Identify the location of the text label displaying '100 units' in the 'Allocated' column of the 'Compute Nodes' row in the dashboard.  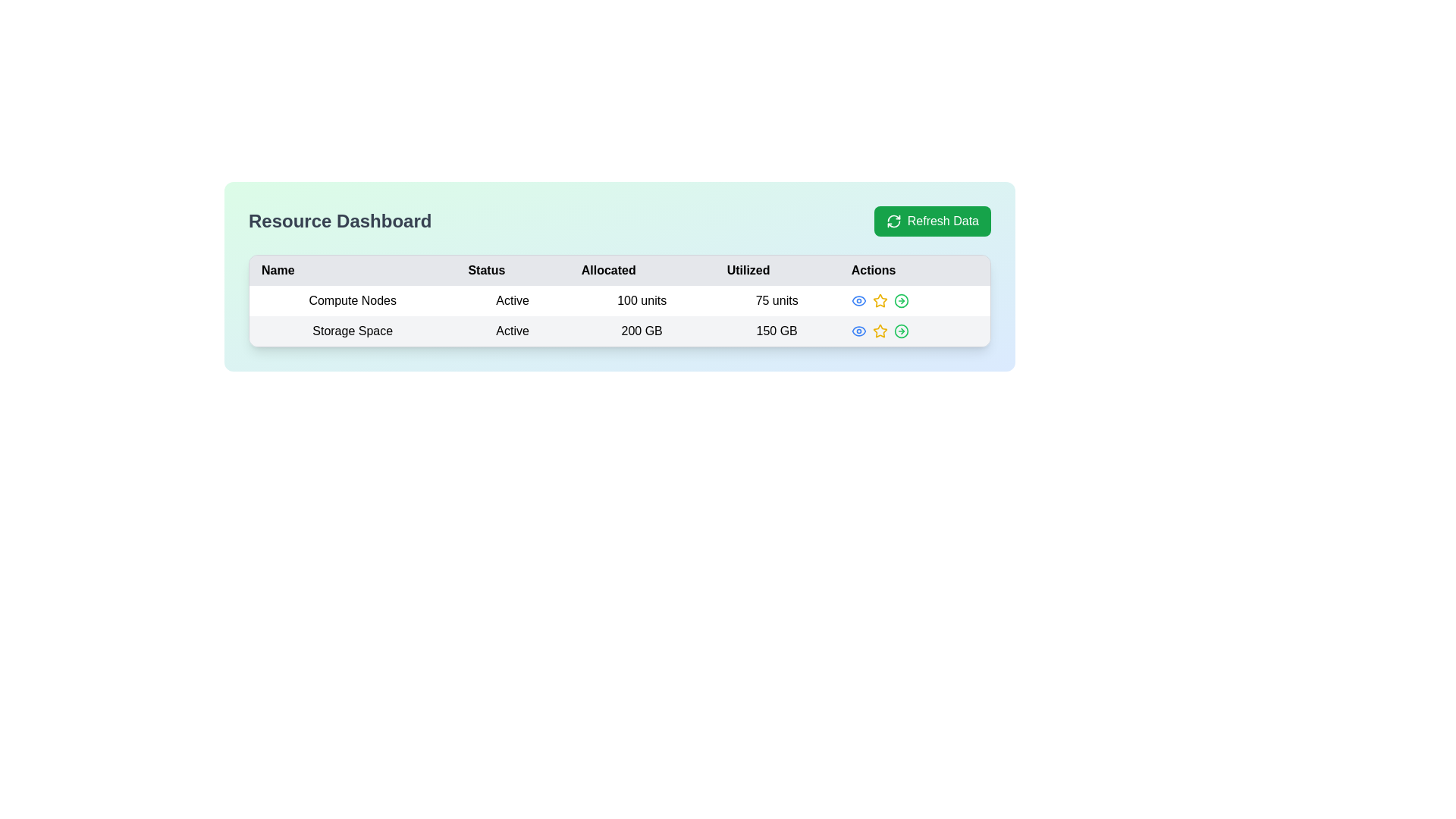
(642, 301).